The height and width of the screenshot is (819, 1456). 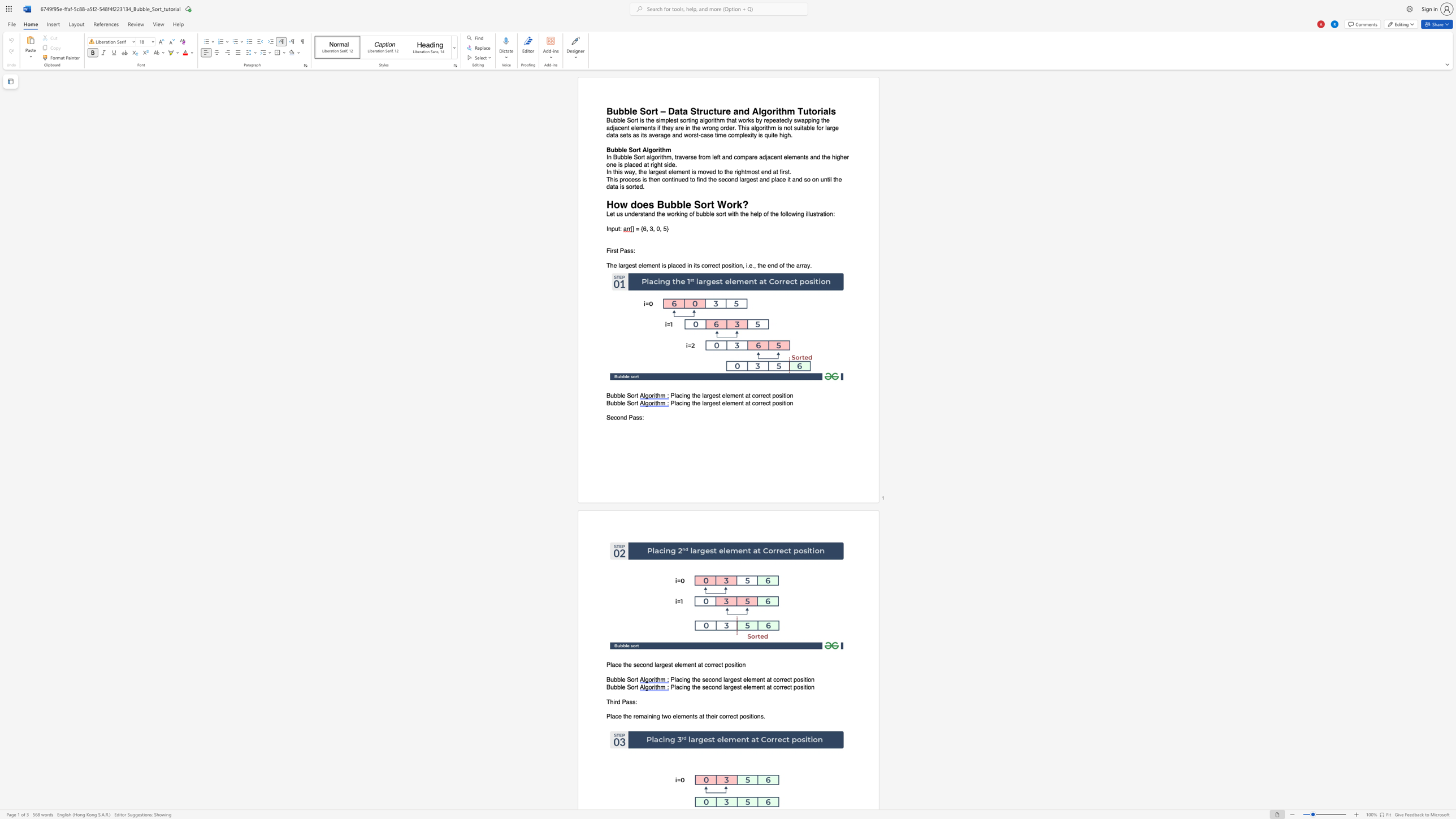 I want to click on the subset text "ing a" within the text "Bubble Sort is the simplest sorting algorithm that works by repeatedly swapping the adjacent elements if they are in the wrong order. This algorithm is not suitable for large data sets as its average and worst-case time complexity is quite high.", so click(x=690, y=120).